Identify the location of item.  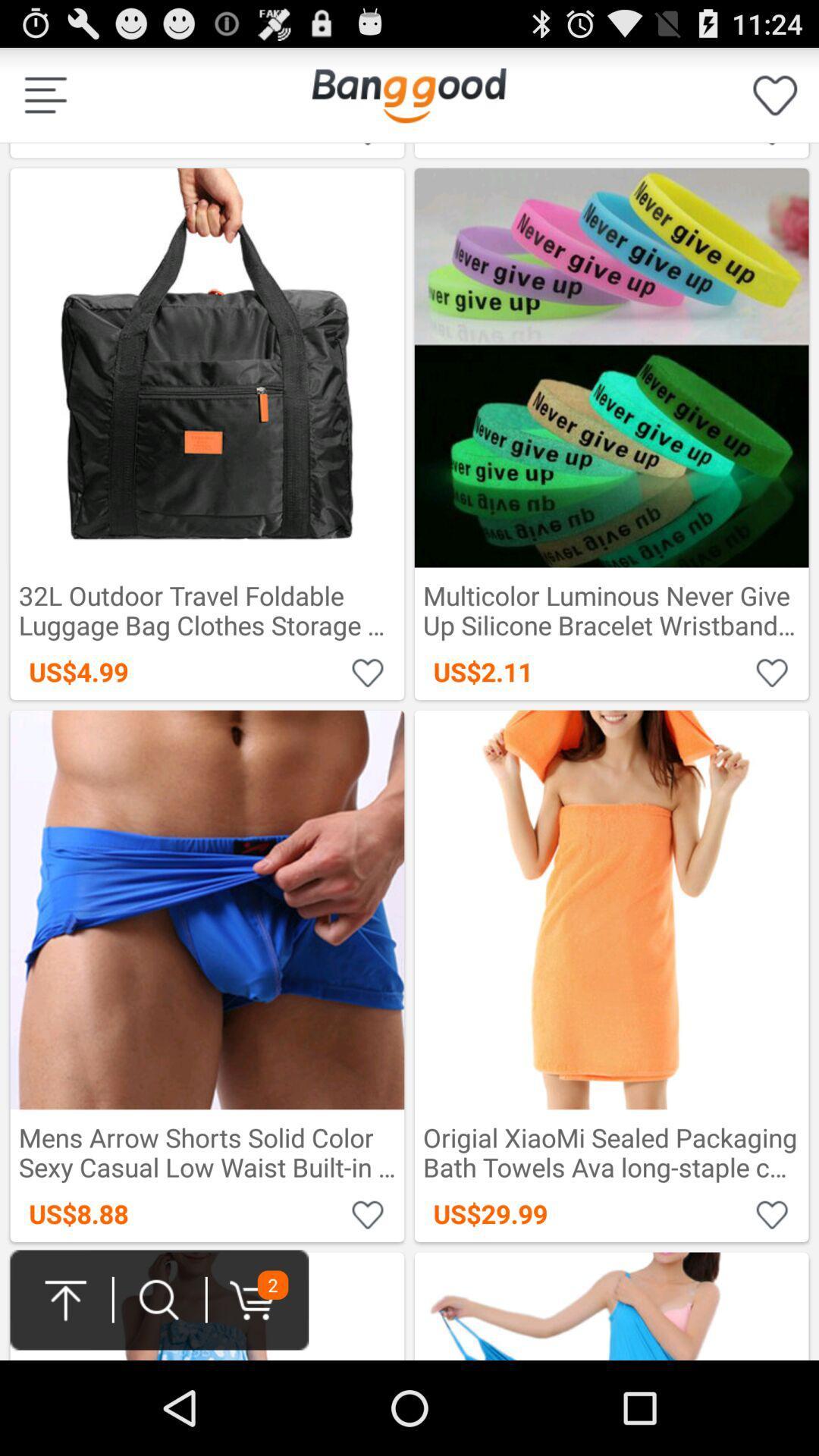
(368, 1213).